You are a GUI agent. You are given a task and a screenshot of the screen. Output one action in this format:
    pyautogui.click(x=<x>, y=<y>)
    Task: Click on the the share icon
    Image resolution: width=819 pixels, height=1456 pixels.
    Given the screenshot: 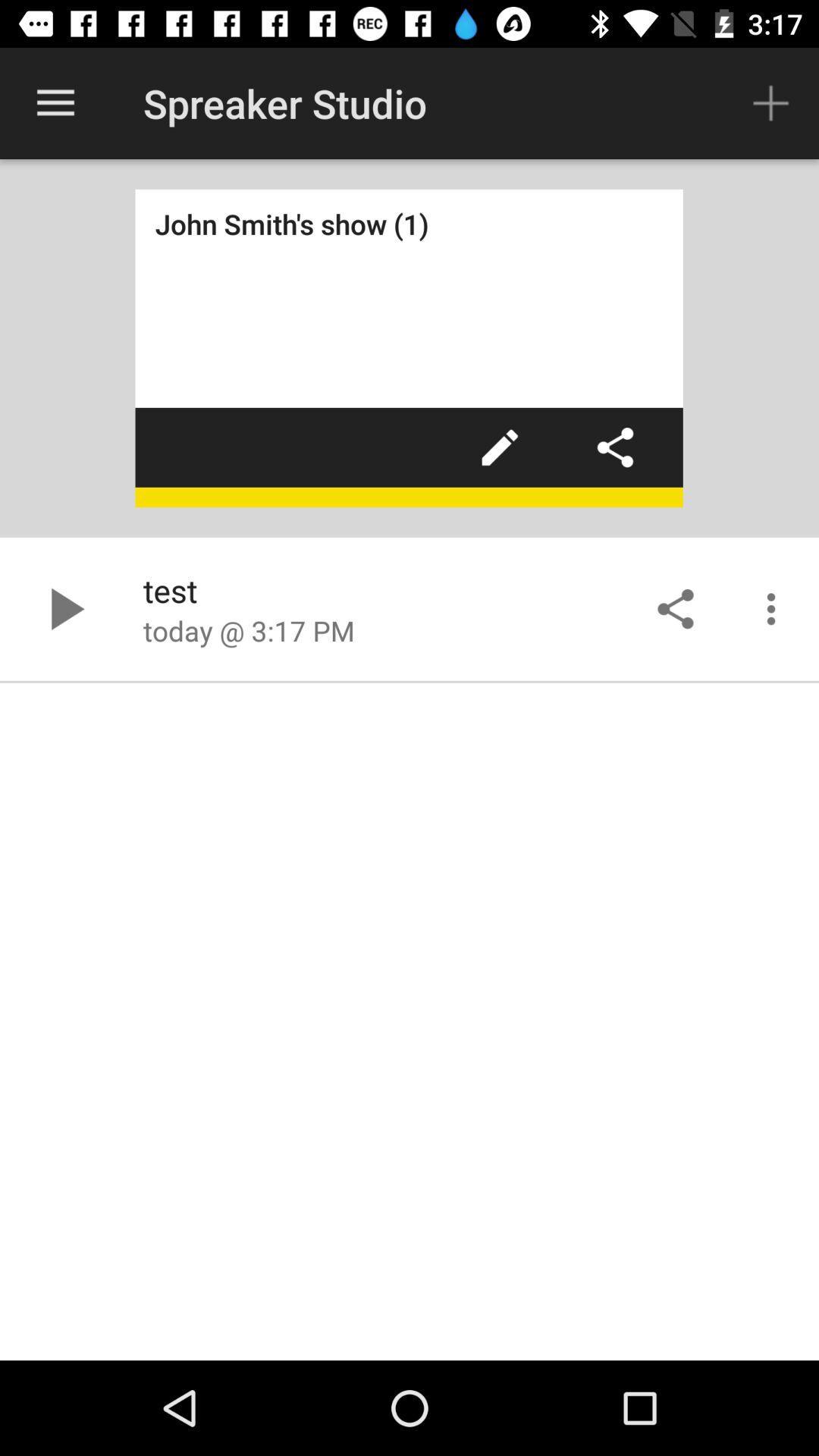 What is the action you would take?
    pyautogui.click(x=615, y=447)
    